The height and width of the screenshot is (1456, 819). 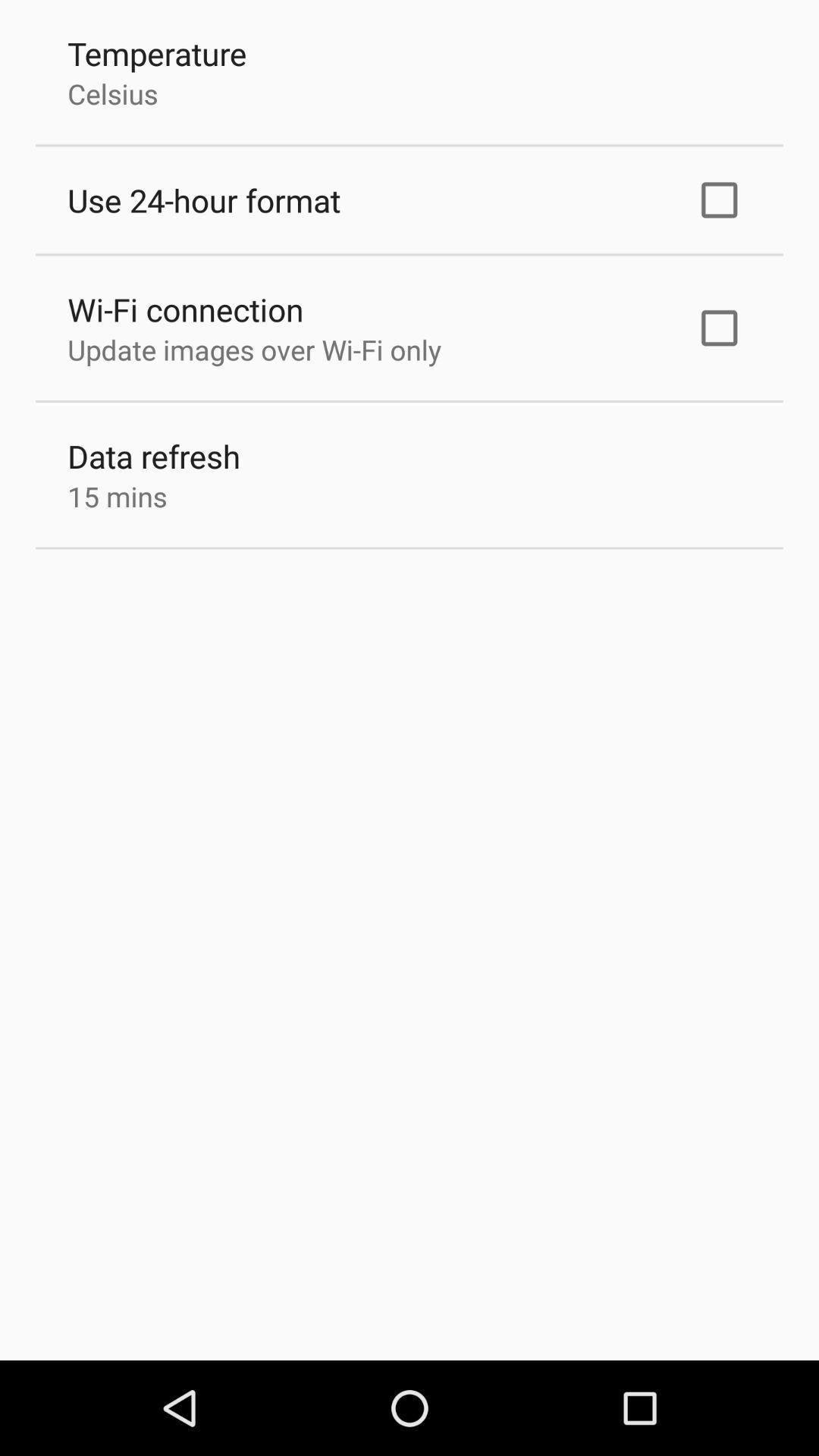 What do you see at coordinates (157, 53) in the screenshot?
I see `the item above the celsius item` at bounding box center [157, 53].